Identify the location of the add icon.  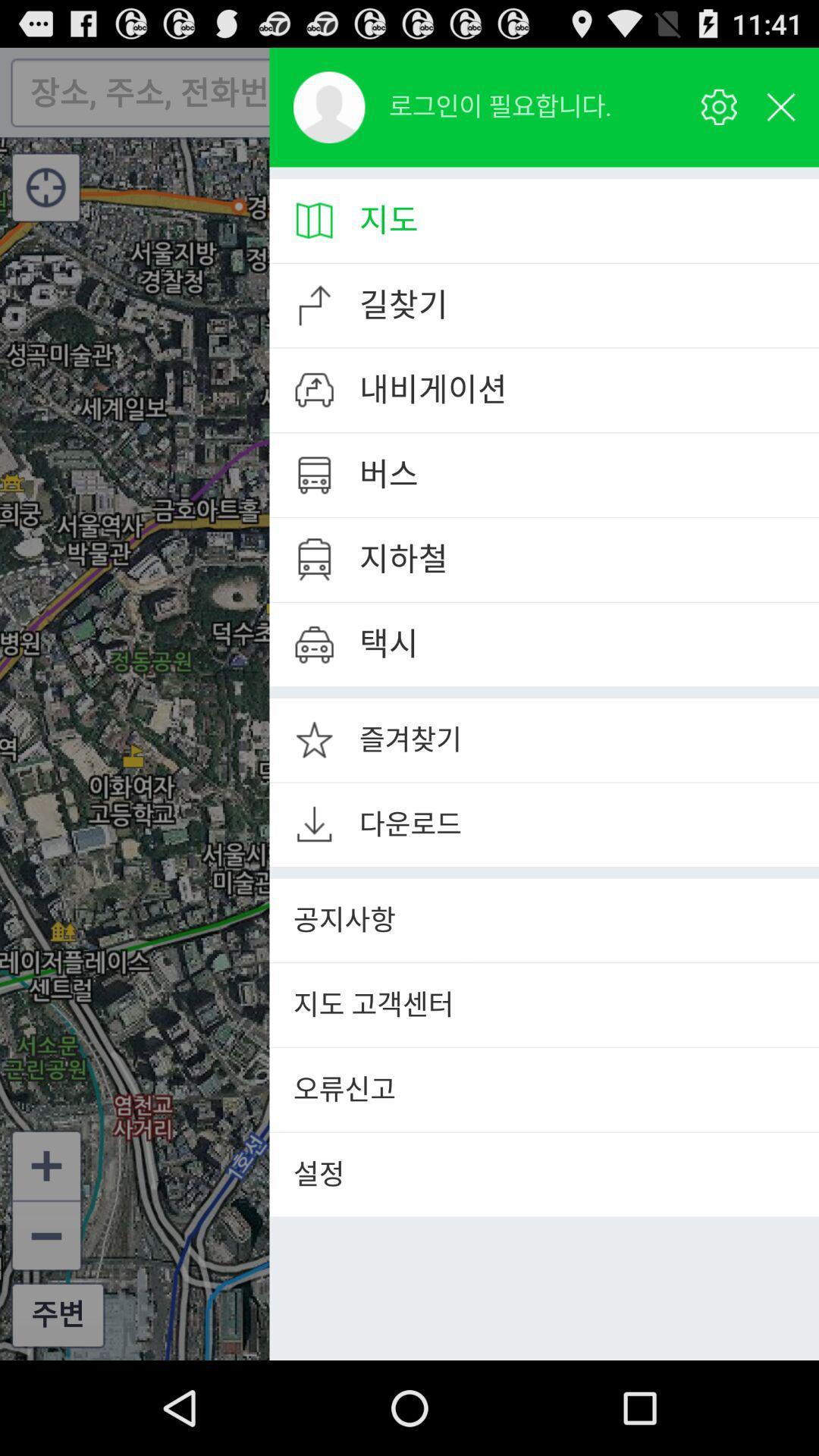
(45, 1247).